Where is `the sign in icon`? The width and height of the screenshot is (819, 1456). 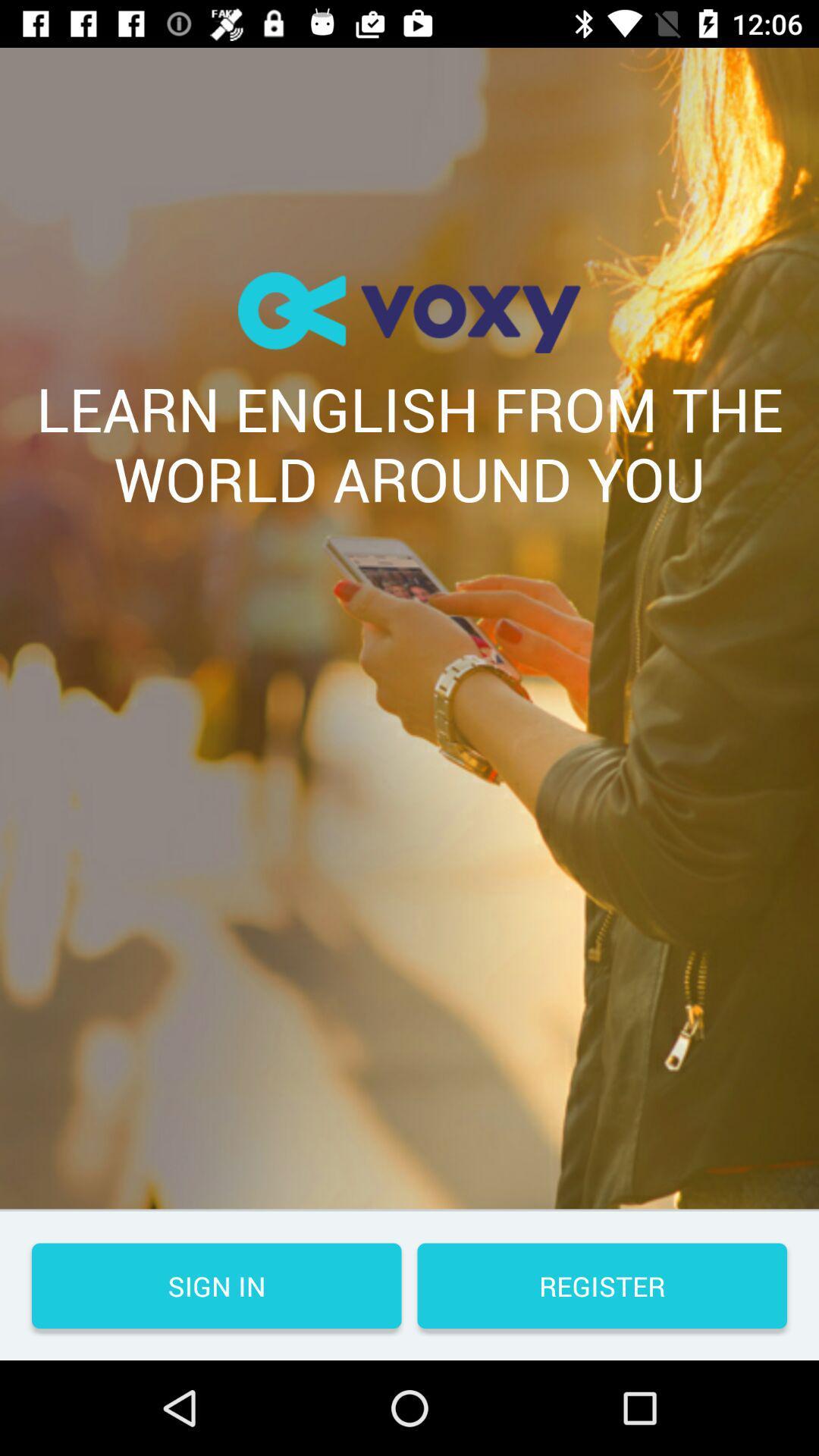
the sign in icon is located at coordinates (216, 1285).